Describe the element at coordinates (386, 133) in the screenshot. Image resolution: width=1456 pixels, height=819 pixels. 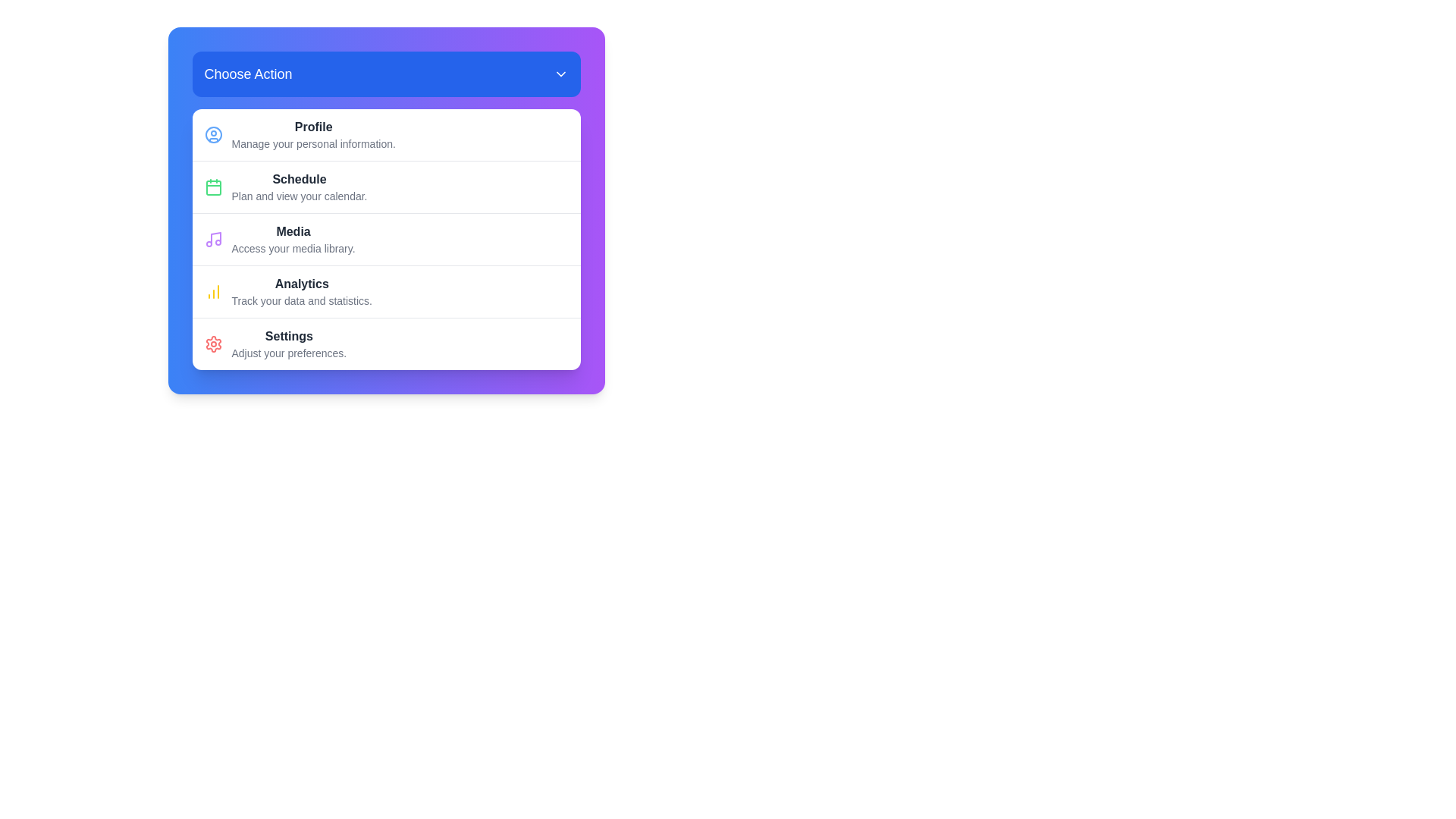
I see `the first list item in the modal that allows the user to manage personal information, positioned above options like 'Schedule' and 'Media'` at that location.